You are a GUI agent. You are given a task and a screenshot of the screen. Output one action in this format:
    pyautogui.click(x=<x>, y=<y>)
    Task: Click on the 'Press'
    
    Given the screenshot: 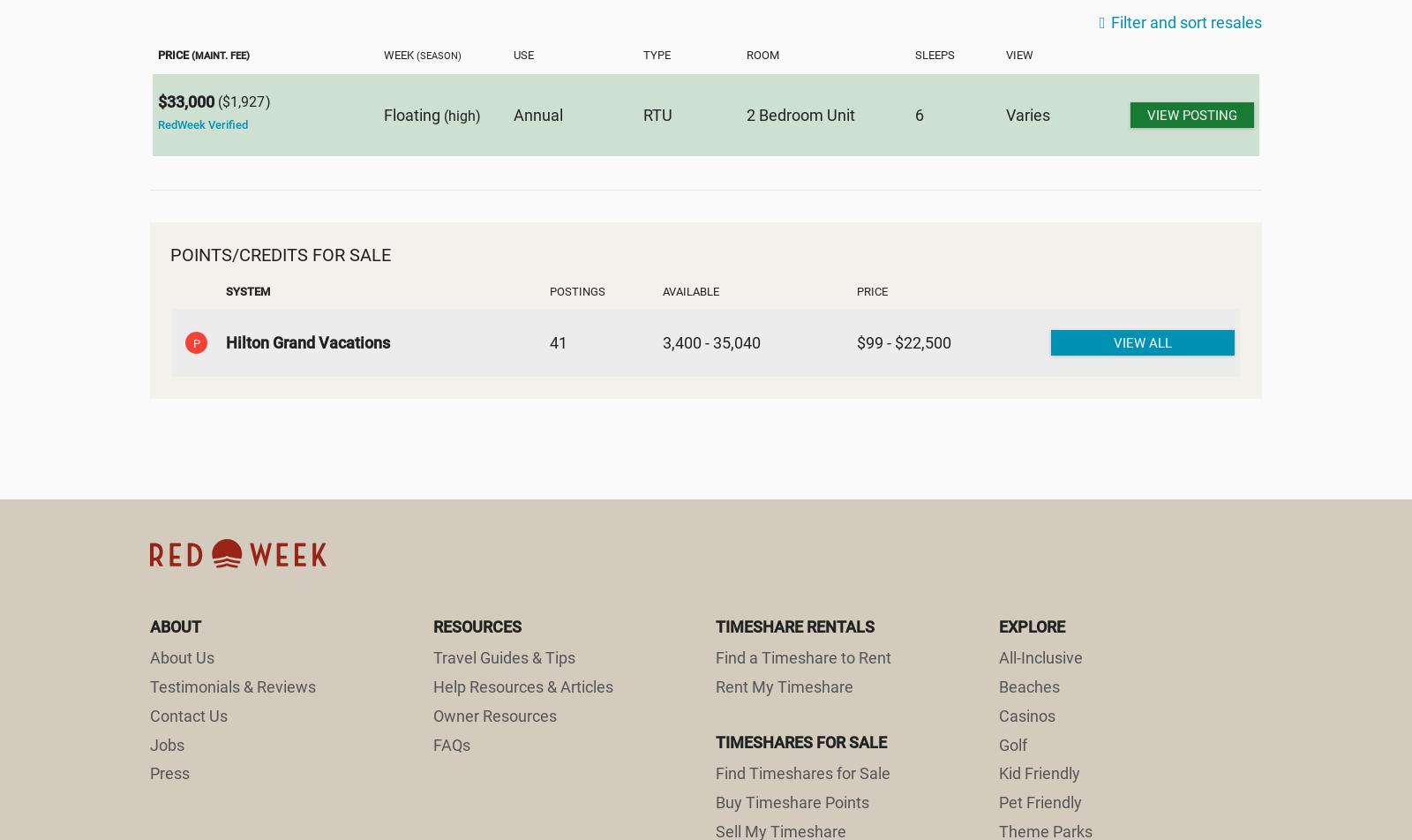 What is the action you would take?
    pyautogui.click(x=148, y=773)
    